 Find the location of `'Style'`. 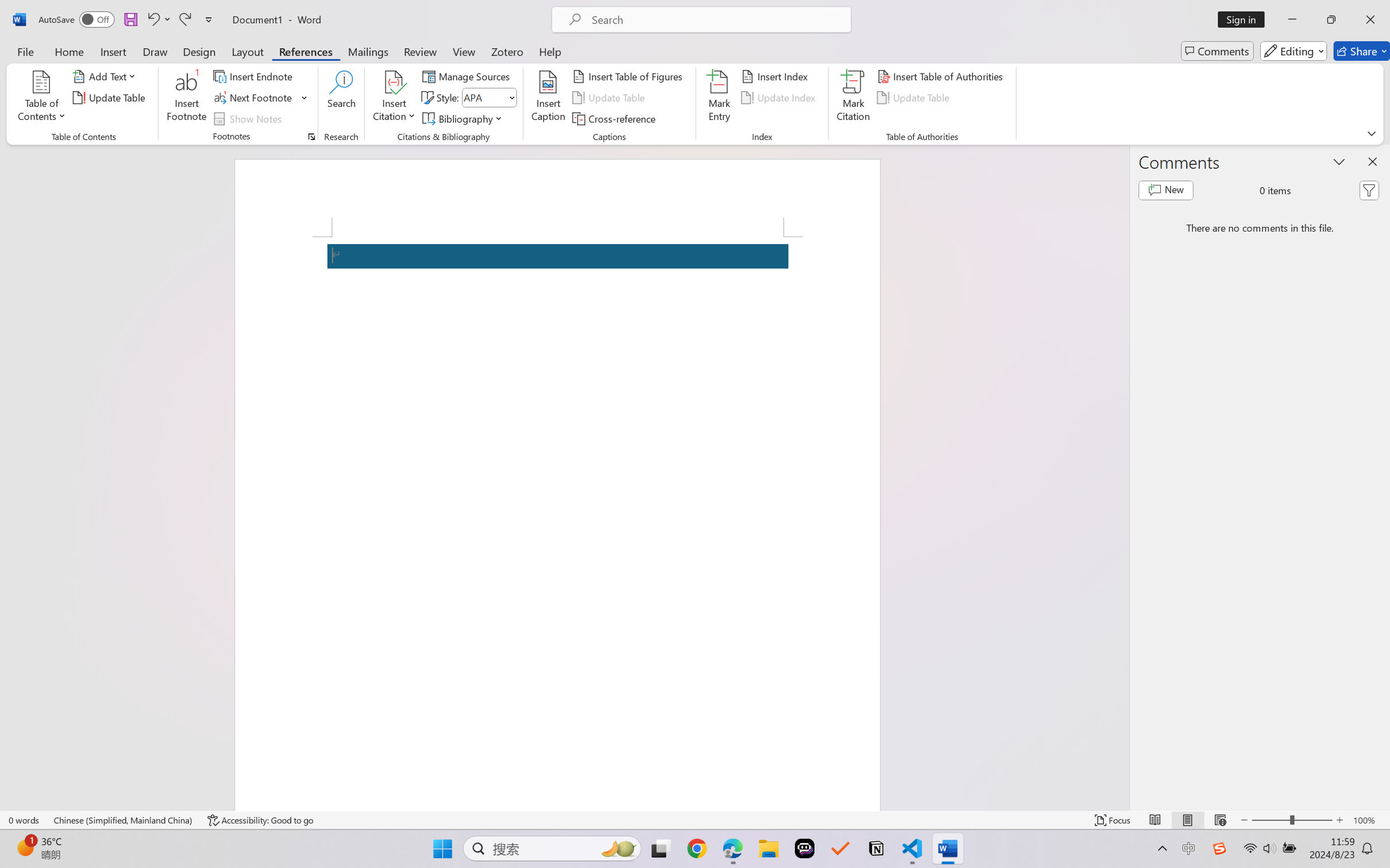

'Style' is located at coordinates (484, 96).